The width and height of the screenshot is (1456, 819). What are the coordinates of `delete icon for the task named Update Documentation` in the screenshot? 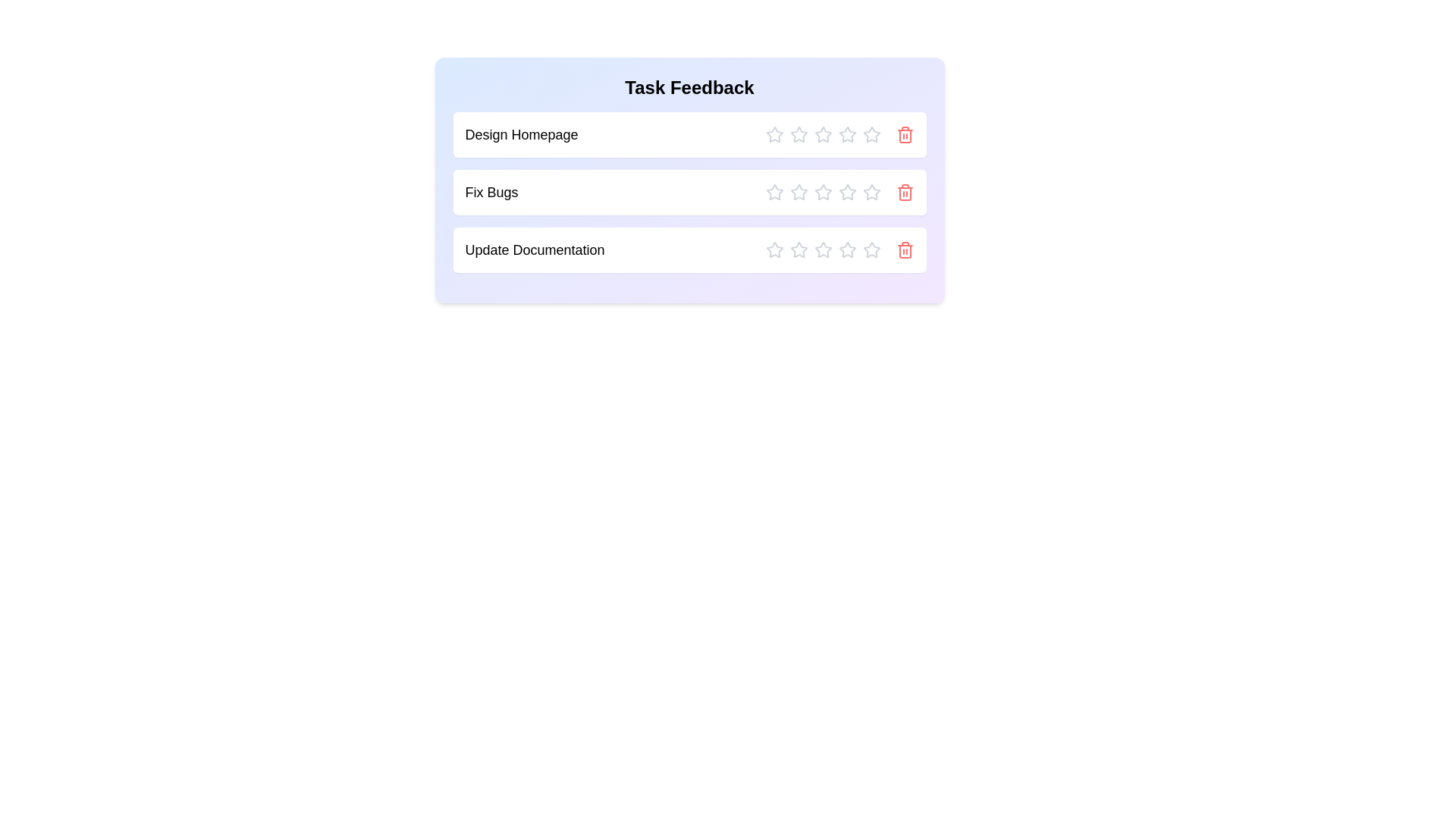 It's located at (905, 249).